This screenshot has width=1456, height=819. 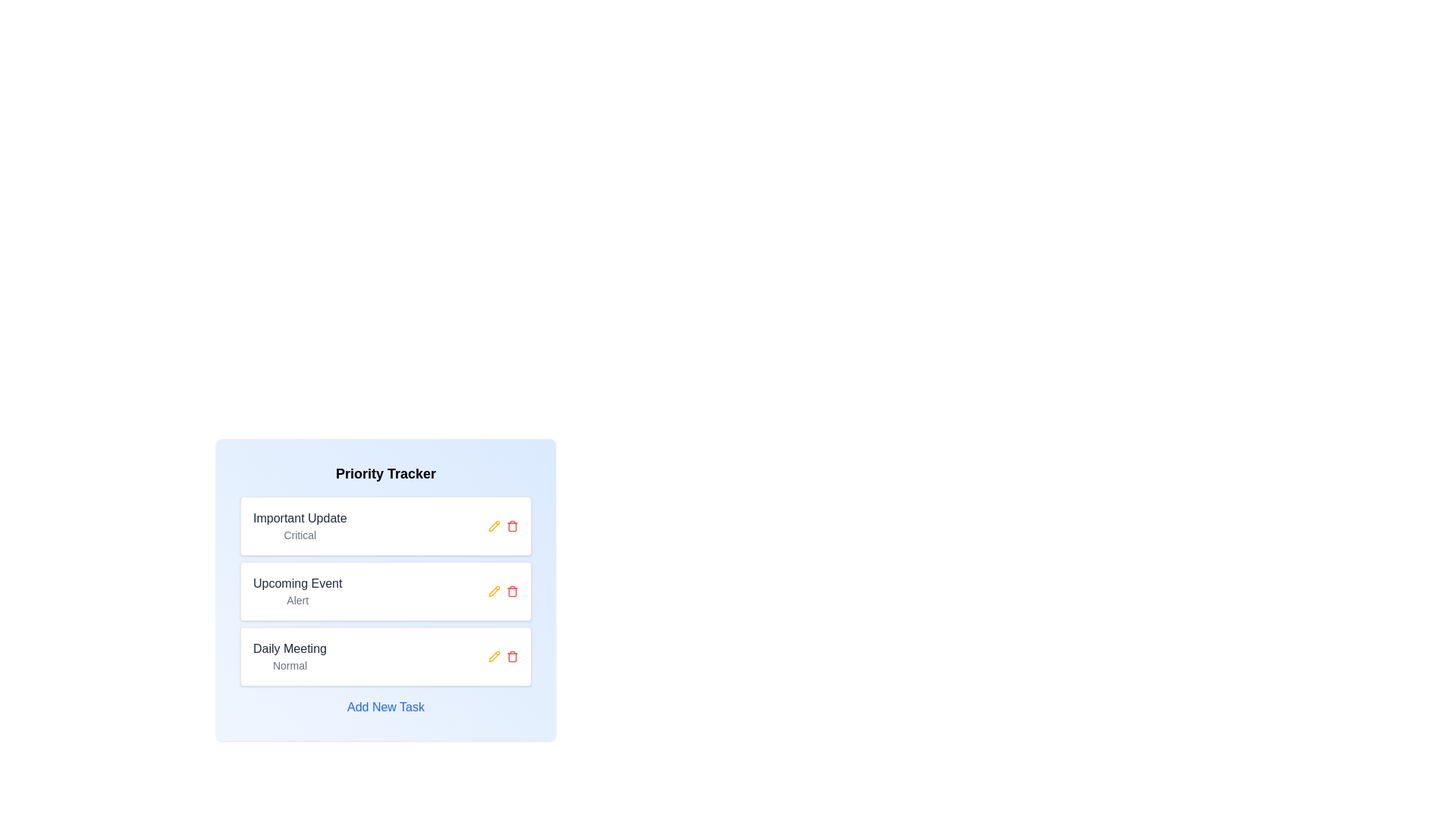 I want to click on the 'Add New Task' button to add a new chip, so click(x=385, y=708).